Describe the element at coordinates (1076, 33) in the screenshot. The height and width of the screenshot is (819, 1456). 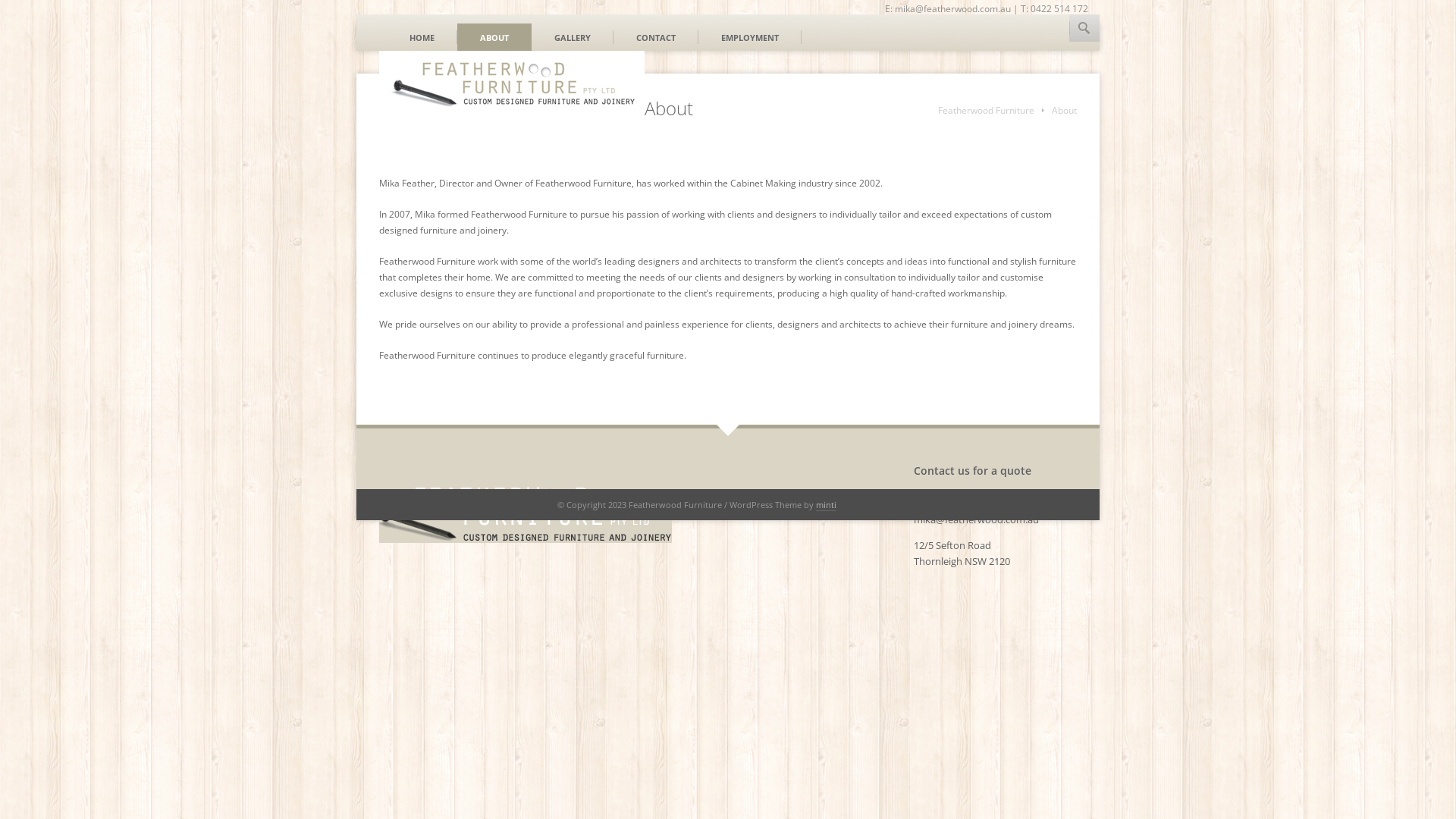
I see `'HOUZZ'` at that location.